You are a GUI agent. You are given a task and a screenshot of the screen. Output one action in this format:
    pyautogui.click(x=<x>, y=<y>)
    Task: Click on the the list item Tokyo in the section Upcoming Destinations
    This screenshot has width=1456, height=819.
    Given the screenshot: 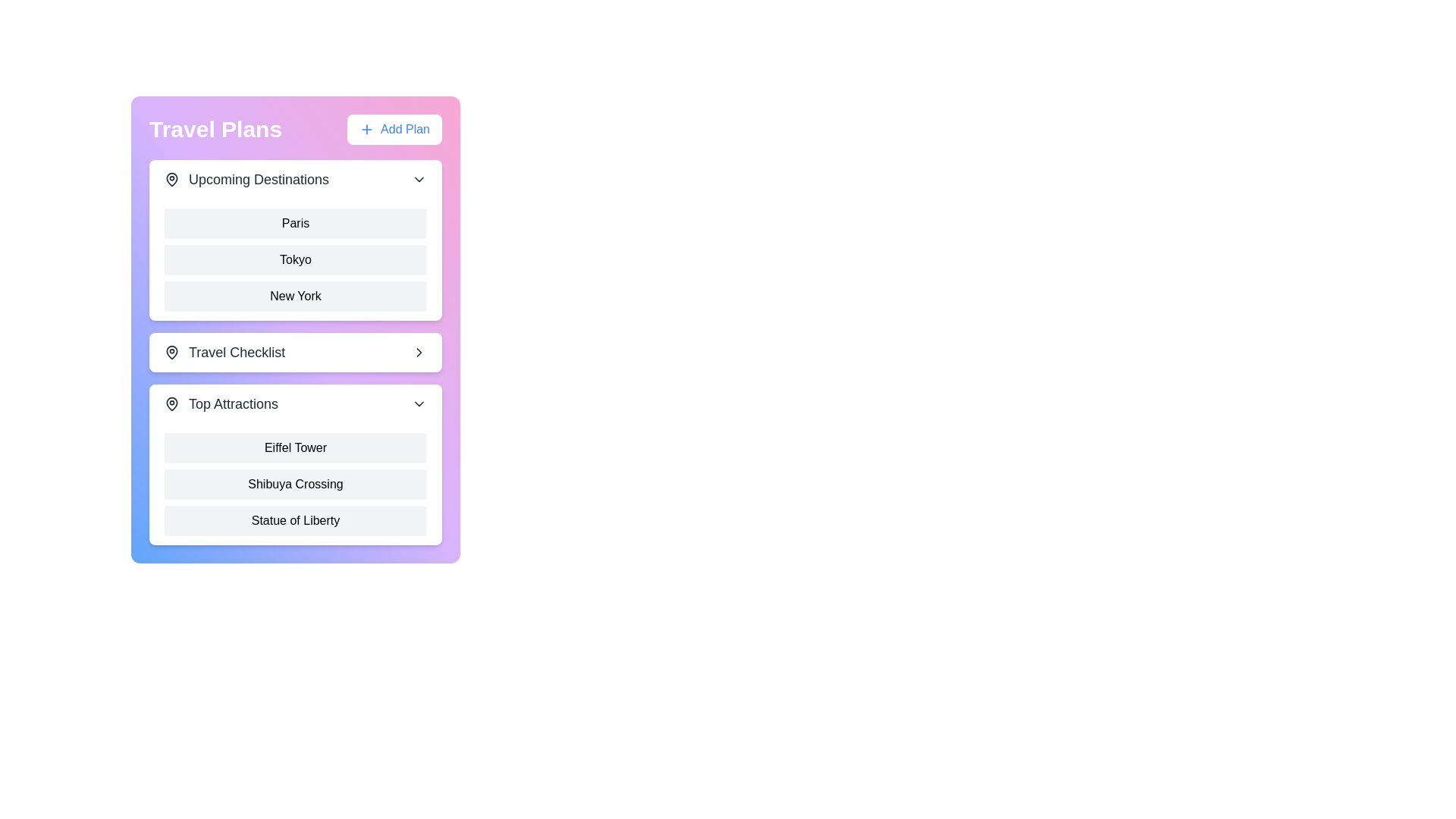 What is the action you would take?
    pyautogui.click(x=295, y=259)
    